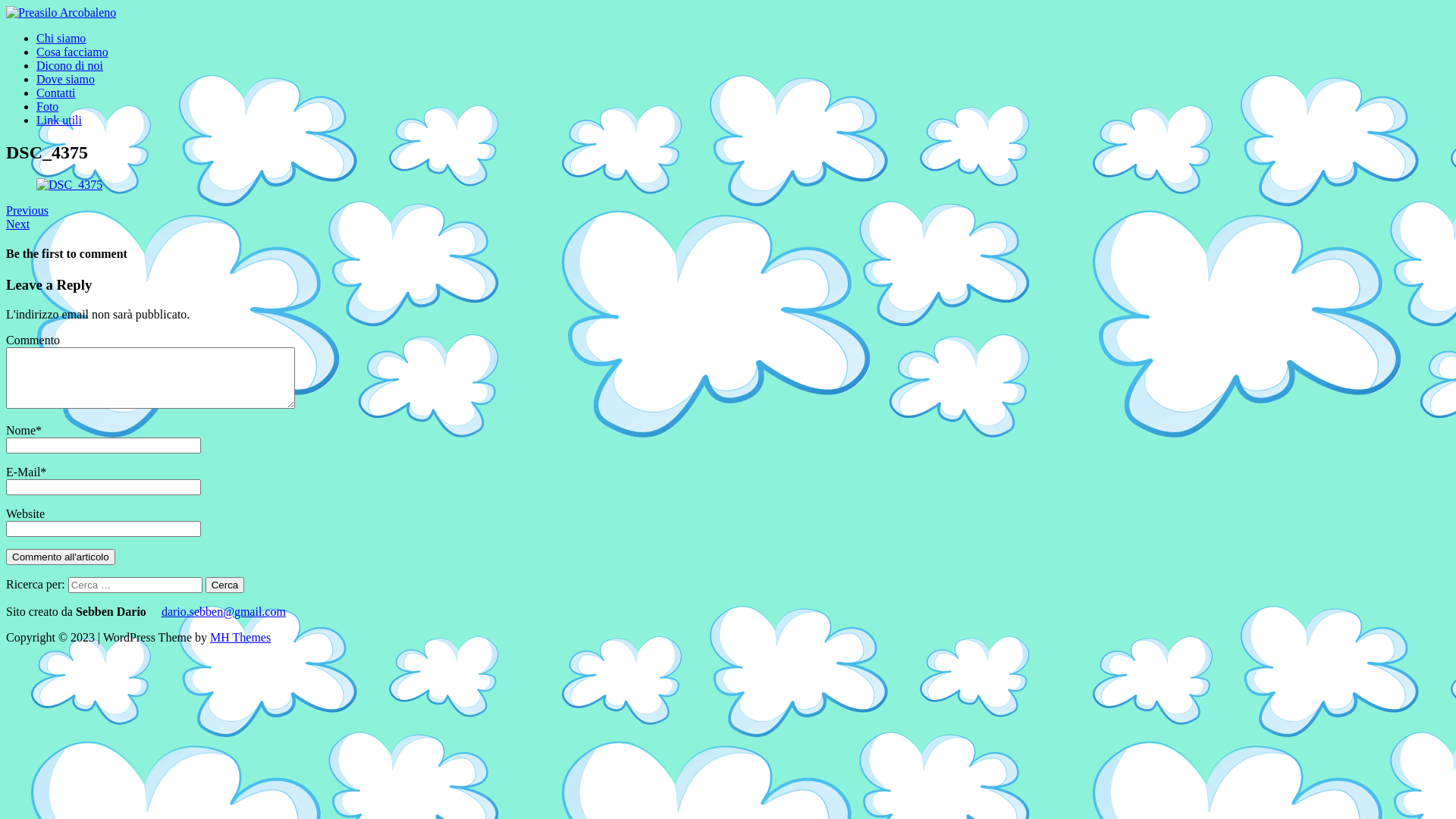 This screenshot has width=1456, height=819. Describe the element at coordinates (222, 610) in the screenshot. I see `'dario.sebben@gmail.com'` at that location.